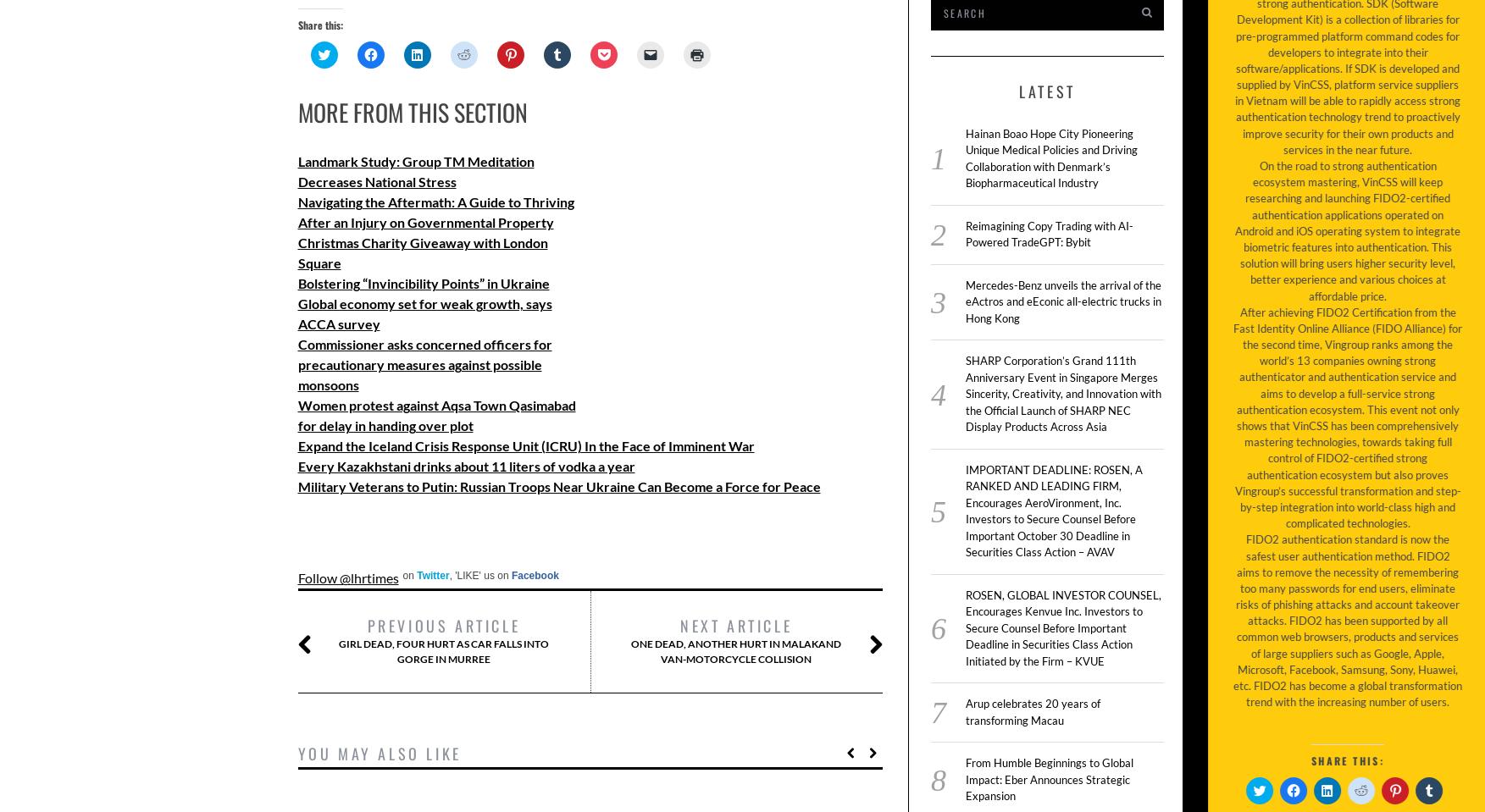 This screenshot has width=1485, height=812. Describe the element at coordinates (346, 577) in the screenshot. I see `'Follow @lhrtimes'` at that location.